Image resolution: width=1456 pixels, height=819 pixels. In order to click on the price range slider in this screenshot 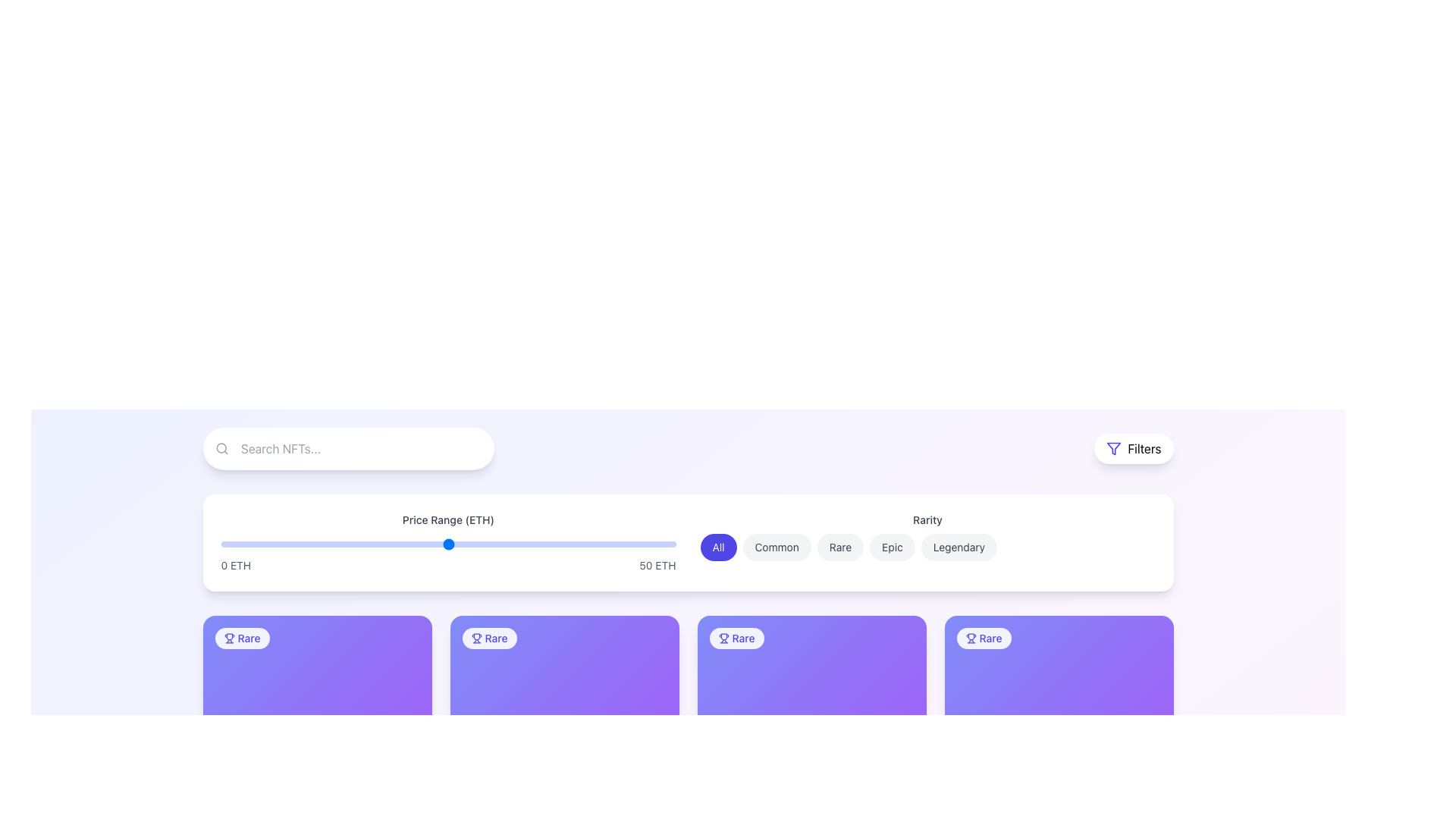, I will do `click(667, 543)`.